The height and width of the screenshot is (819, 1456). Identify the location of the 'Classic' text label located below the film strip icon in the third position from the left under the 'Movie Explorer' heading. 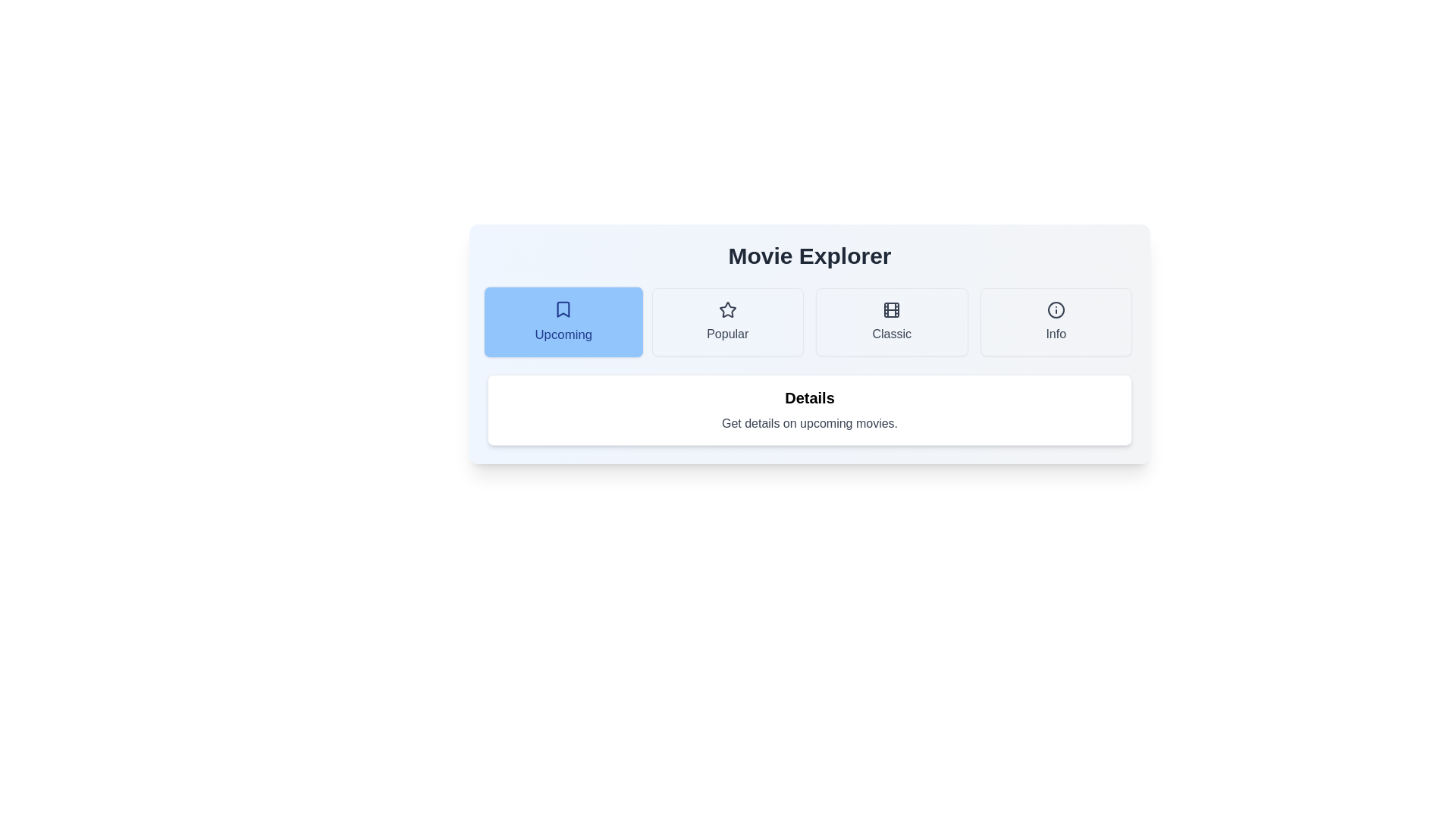
(892, 333).